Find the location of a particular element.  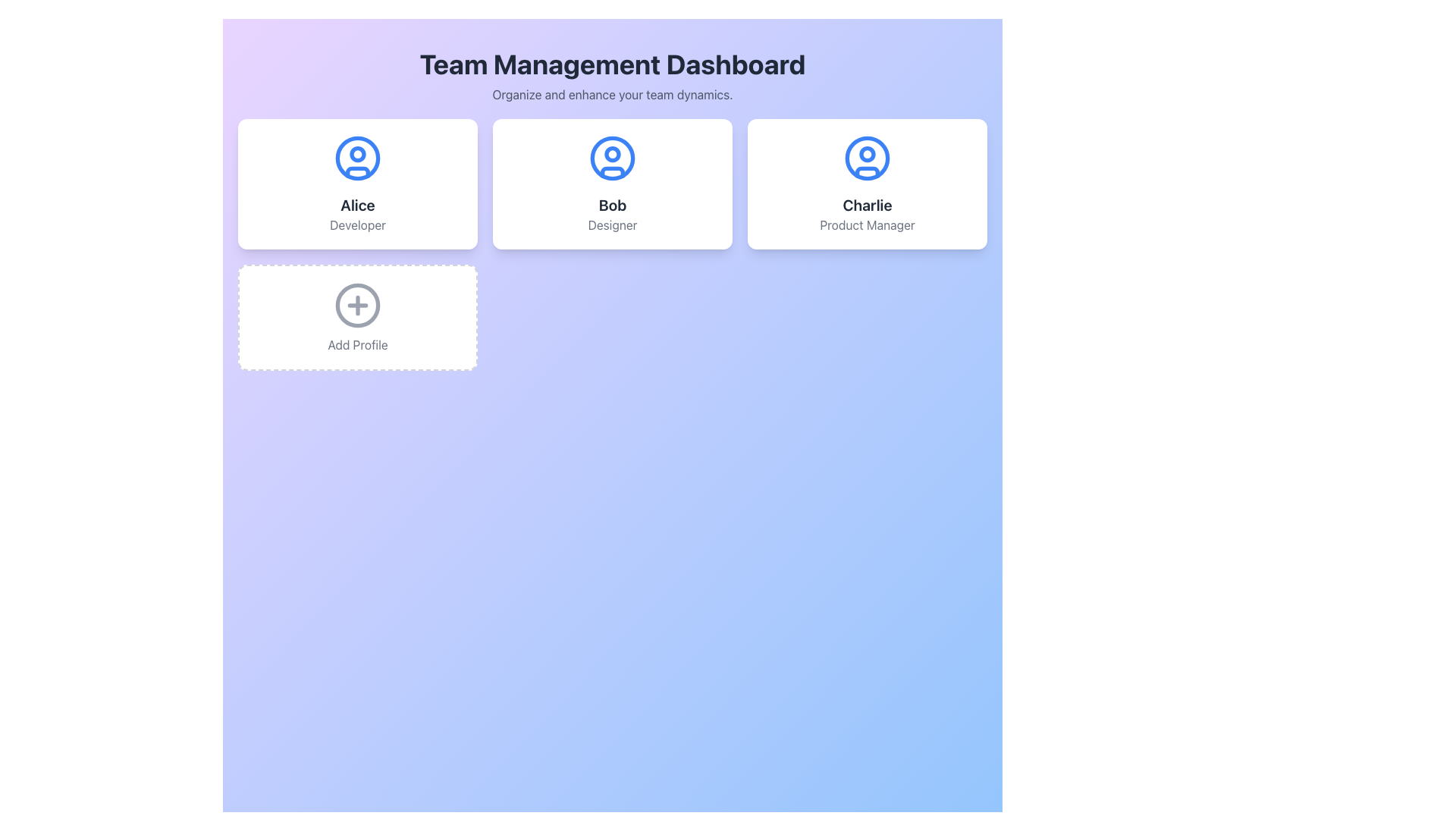

properties of the SVG circle that represents the profile picture icon for the user 'Bob', located in the second profile card from the left in the top row of the dashboard interface is located at coordinates (612, 158).